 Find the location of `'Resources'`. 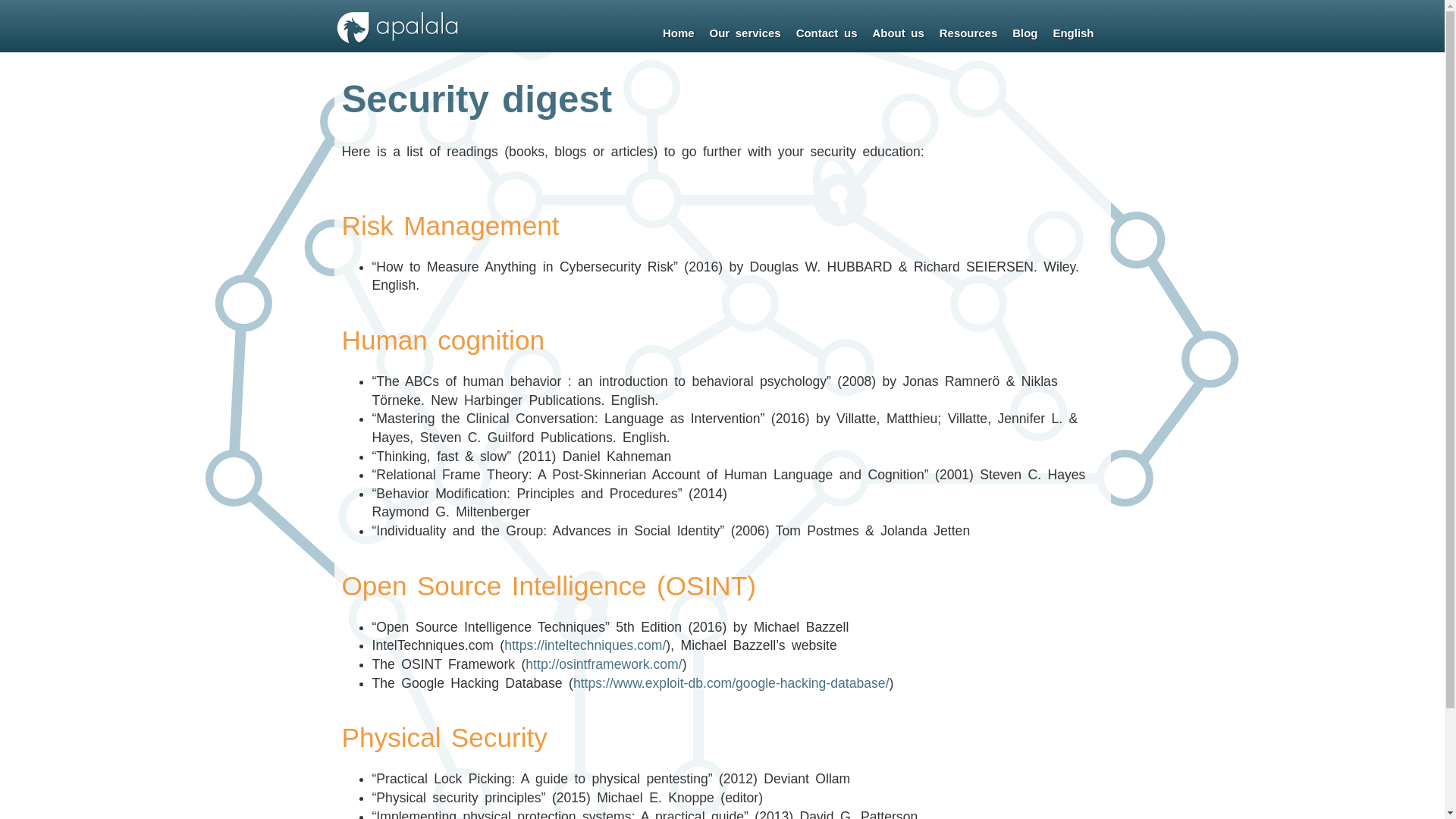

'Resources' is located at coordinates (967, 33).